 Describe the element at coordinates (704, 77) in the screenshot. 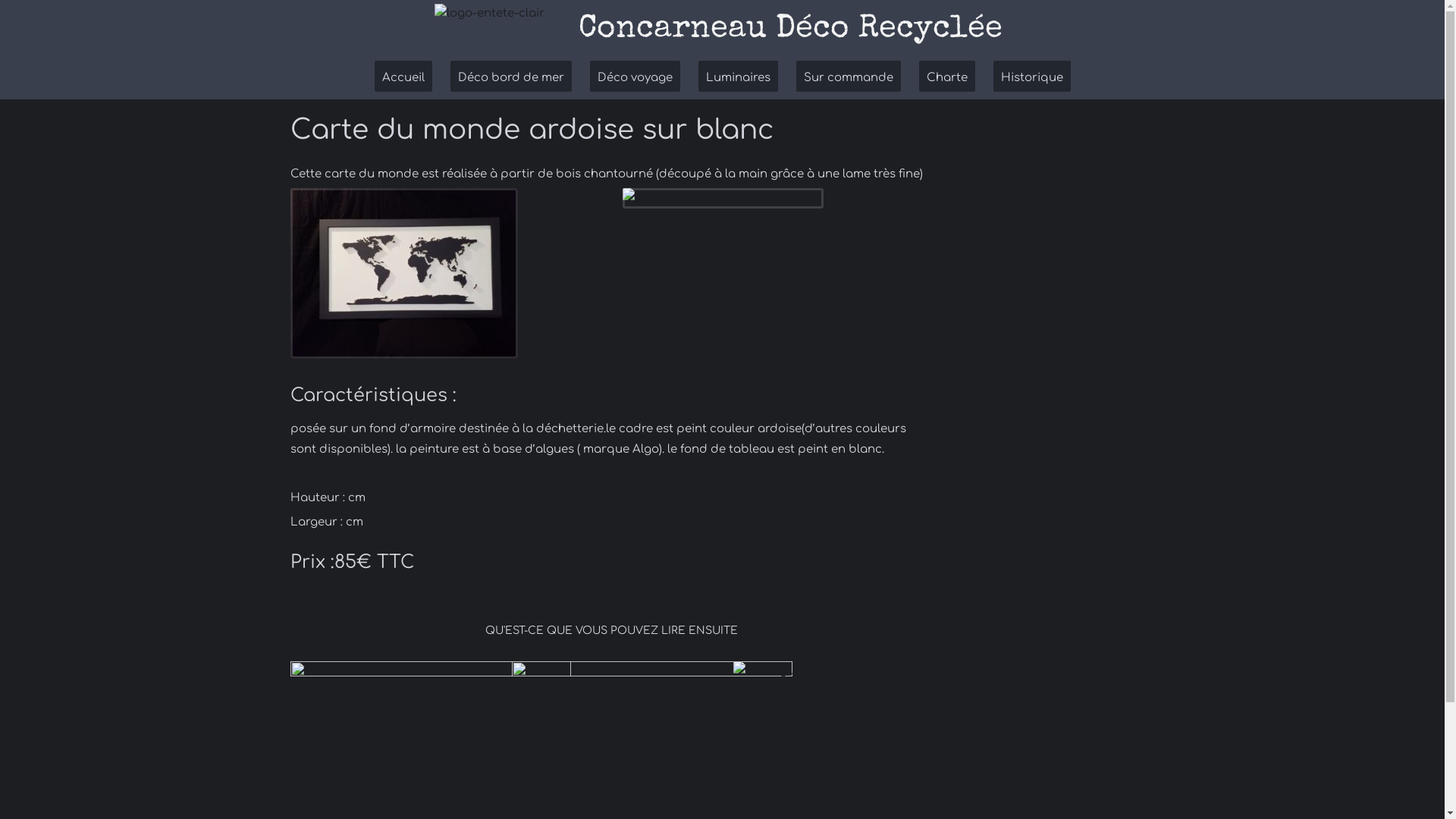

I see `'Luminaires'` at that location.